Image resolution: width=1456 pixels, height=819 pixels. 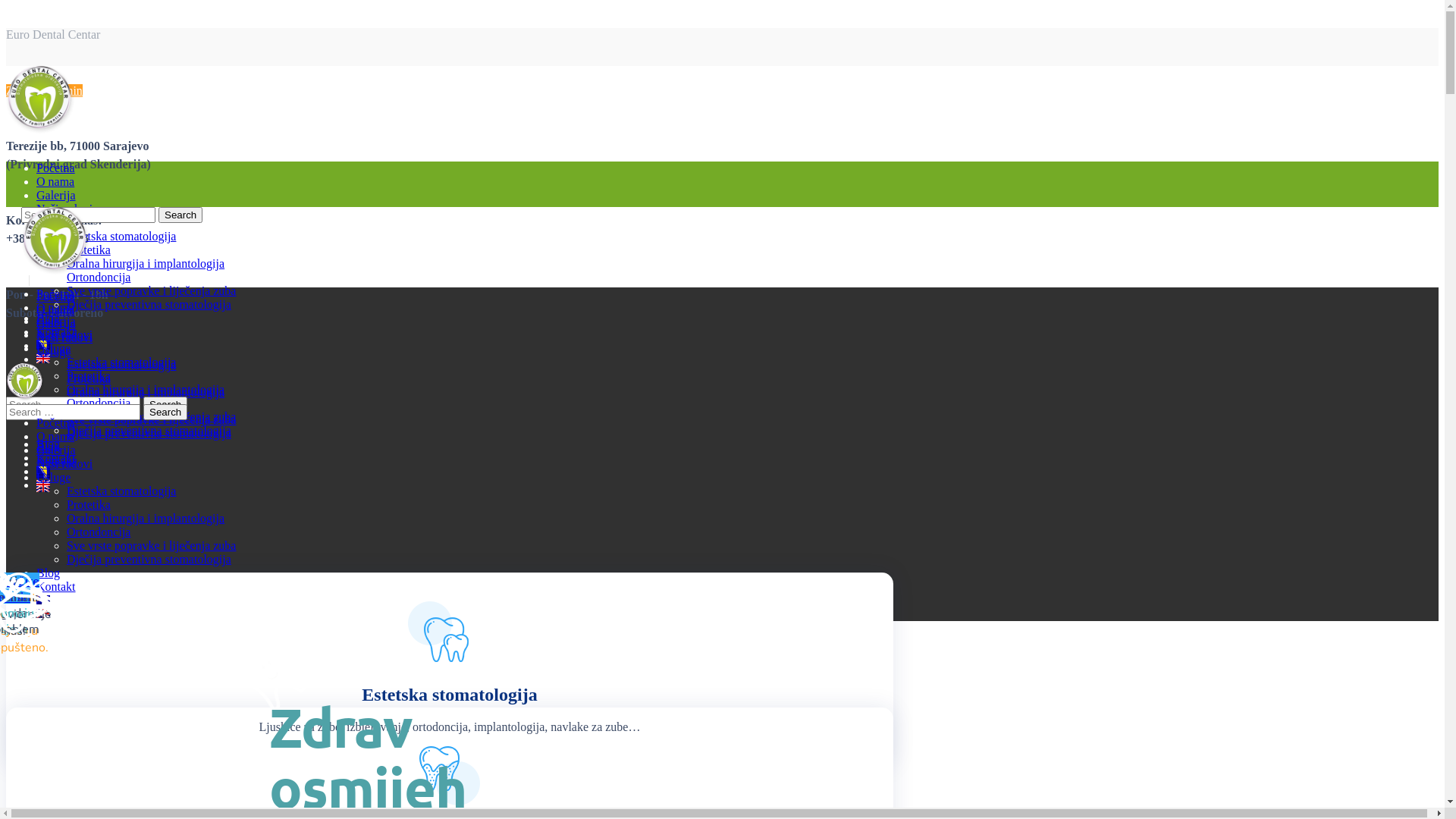 What do you see at coordinates (65, 531) in the screenshot?
I see `'Ortondoncija'` at bounding box center [65, 531].